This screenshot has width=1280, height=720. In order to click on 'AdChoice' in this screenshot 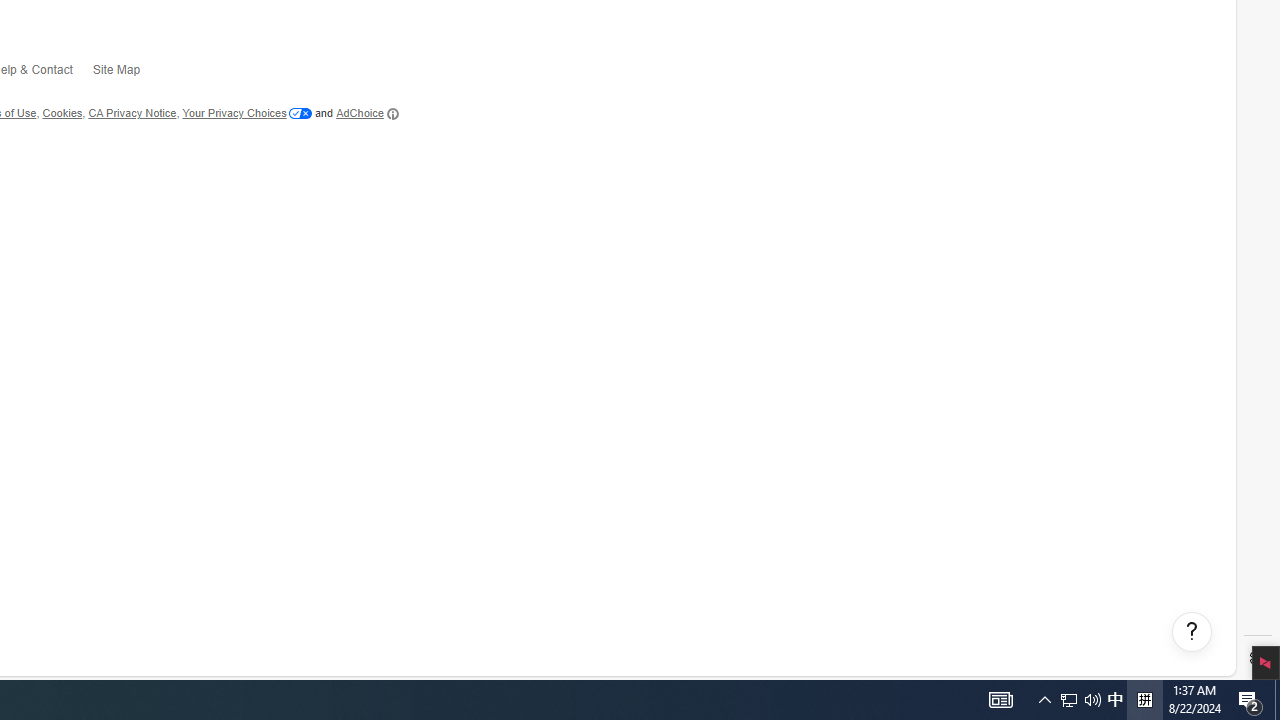, I will do `click(367, 113)`.